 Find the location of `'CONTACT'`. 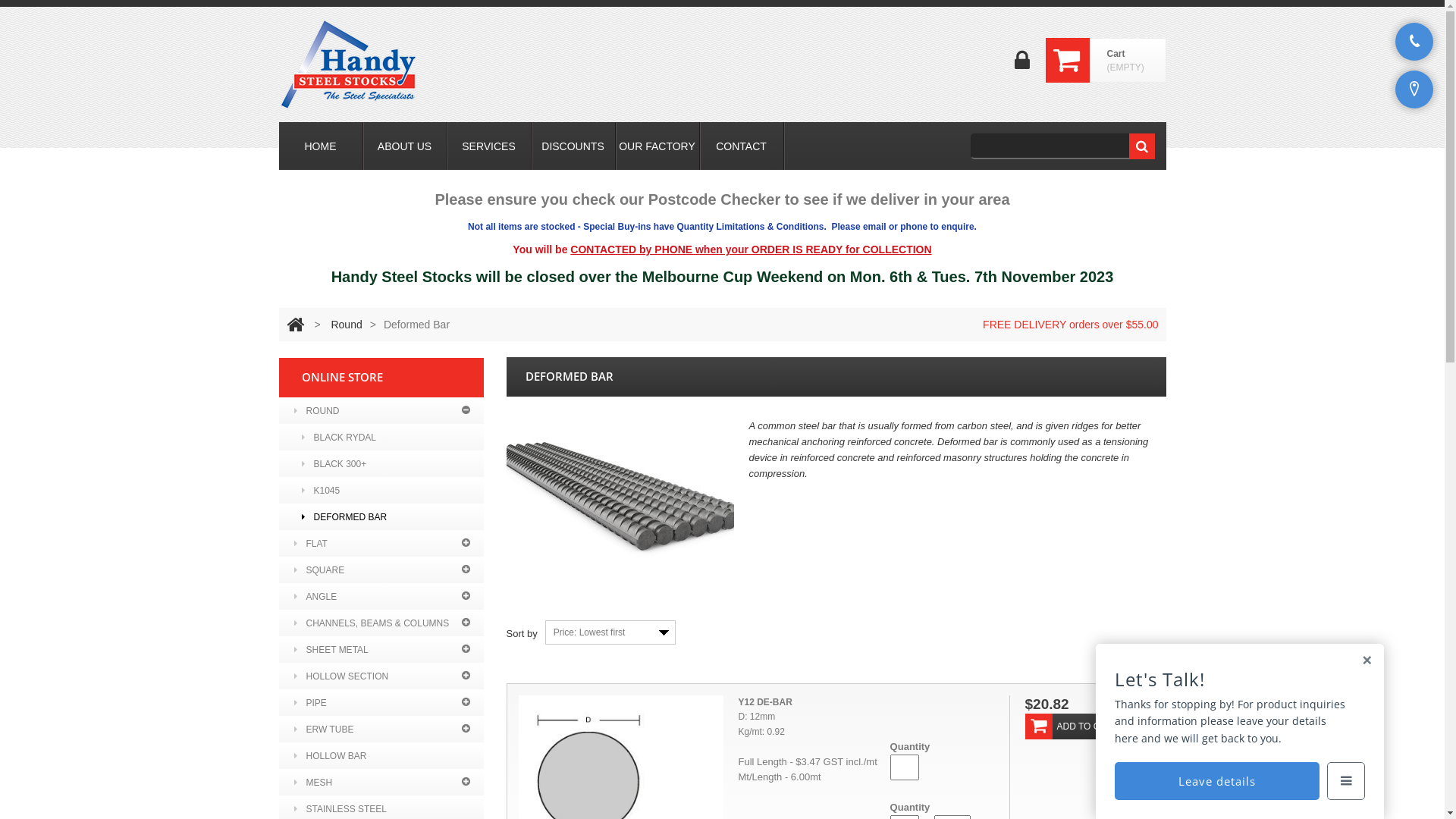

'CONTACT' is located at coordinates (698, 146).